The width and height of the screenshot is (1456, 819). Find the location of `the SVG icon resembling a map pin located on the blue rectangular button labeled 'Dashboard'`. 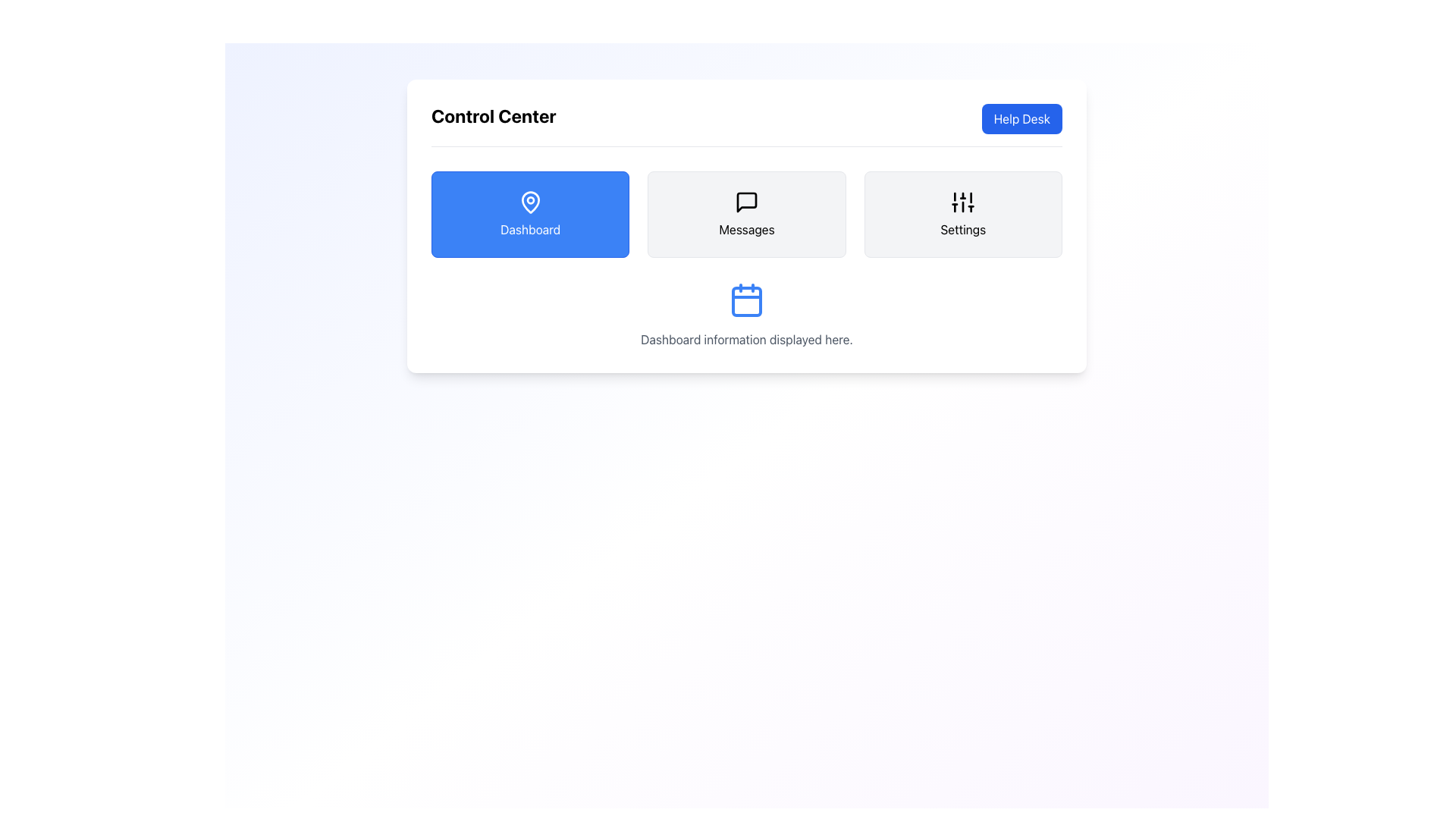

the SVG icon resembling a map pin located on the blue rectangular button labeled 'Dashboard' is located at coordinates (530, 201).